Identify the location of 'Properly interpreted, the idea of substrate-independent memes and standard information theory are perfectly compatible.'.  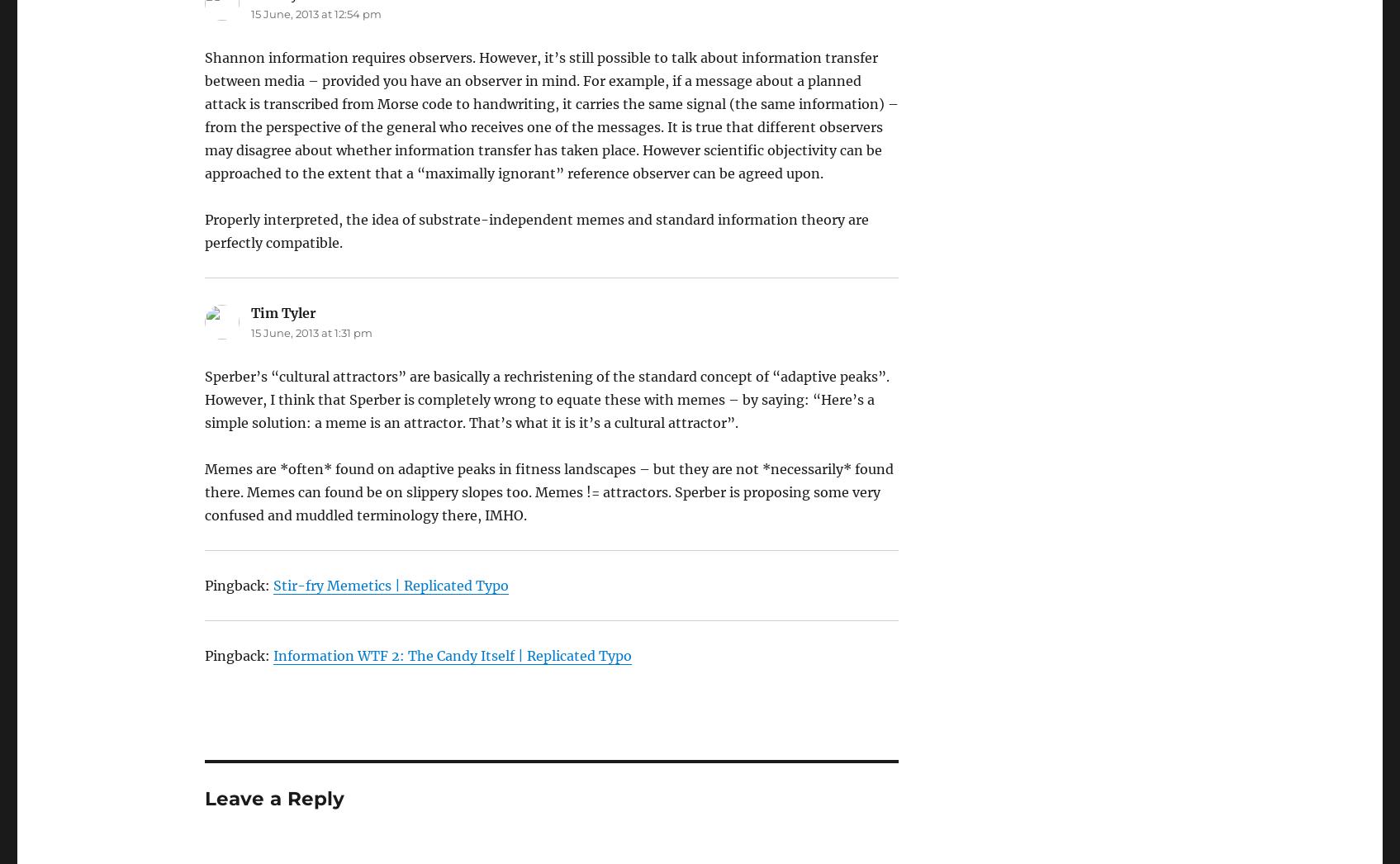
(535, 231).